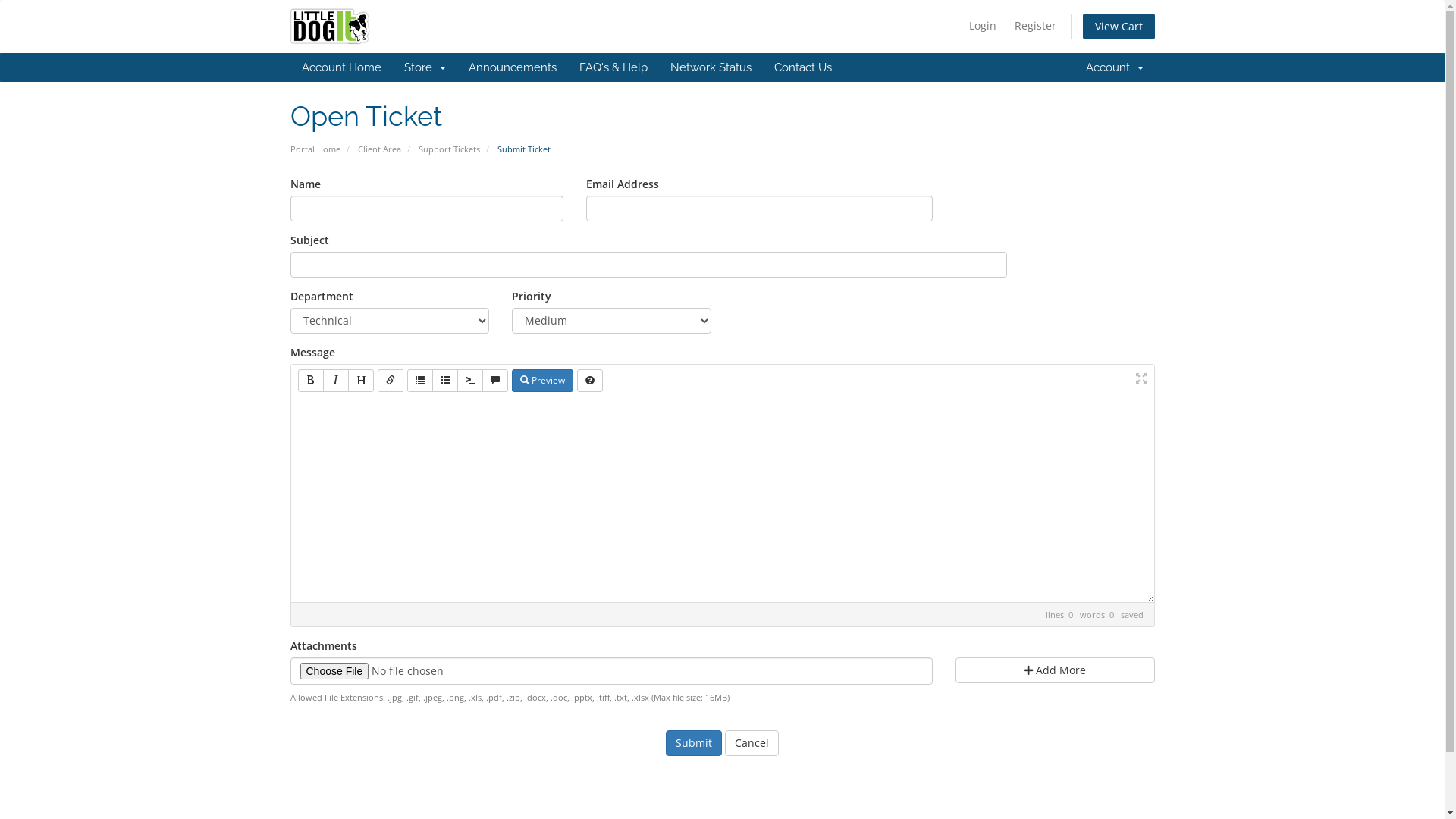 The height and width of the screenshot is (819, 1456). Describe the element at coordinates (290, 66) in the screenshot. I see `'Account Home'` at that location.